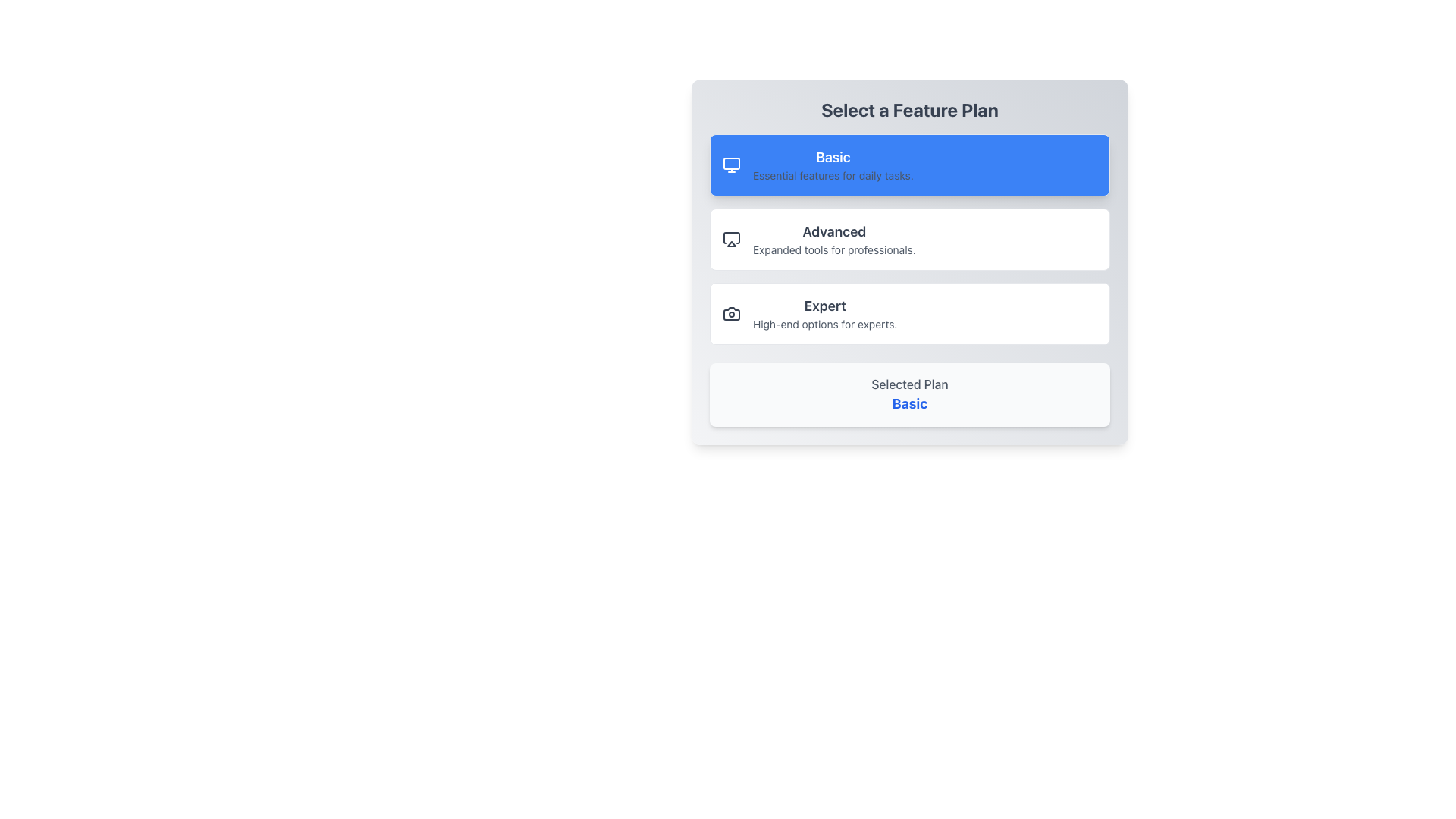  Describe the element at coordinates (731, 239) in the screenshot. I see `the 'Advanced' feature plan SVG icon, which is the first icon in the second row of vertically stacked feature options, adjacent to the text labels 'Advanced' and 'Expanded tools for professionals.'` at that location.